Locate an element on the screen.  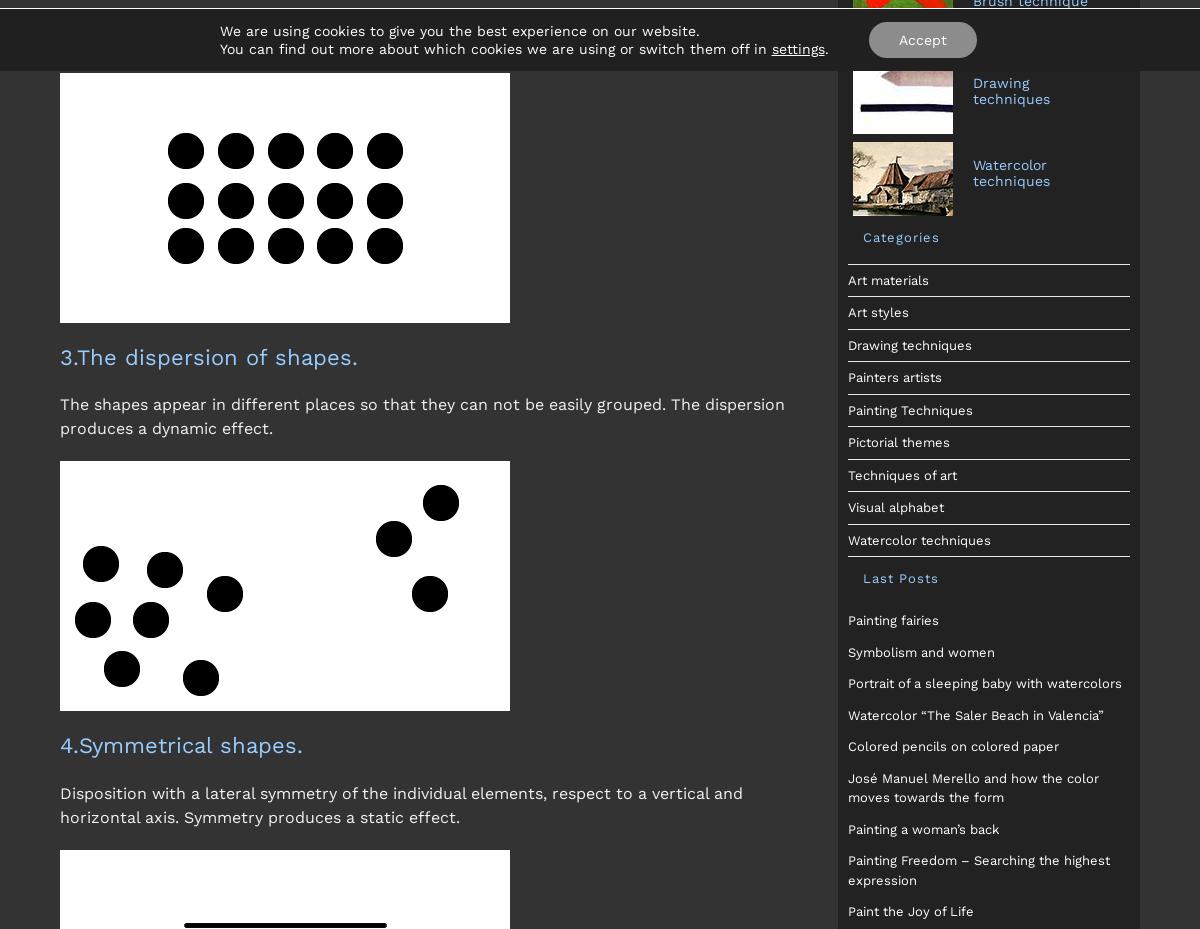
'José Manuel Merello and how the color moves towards the form' is located at coordinates (972, 786).